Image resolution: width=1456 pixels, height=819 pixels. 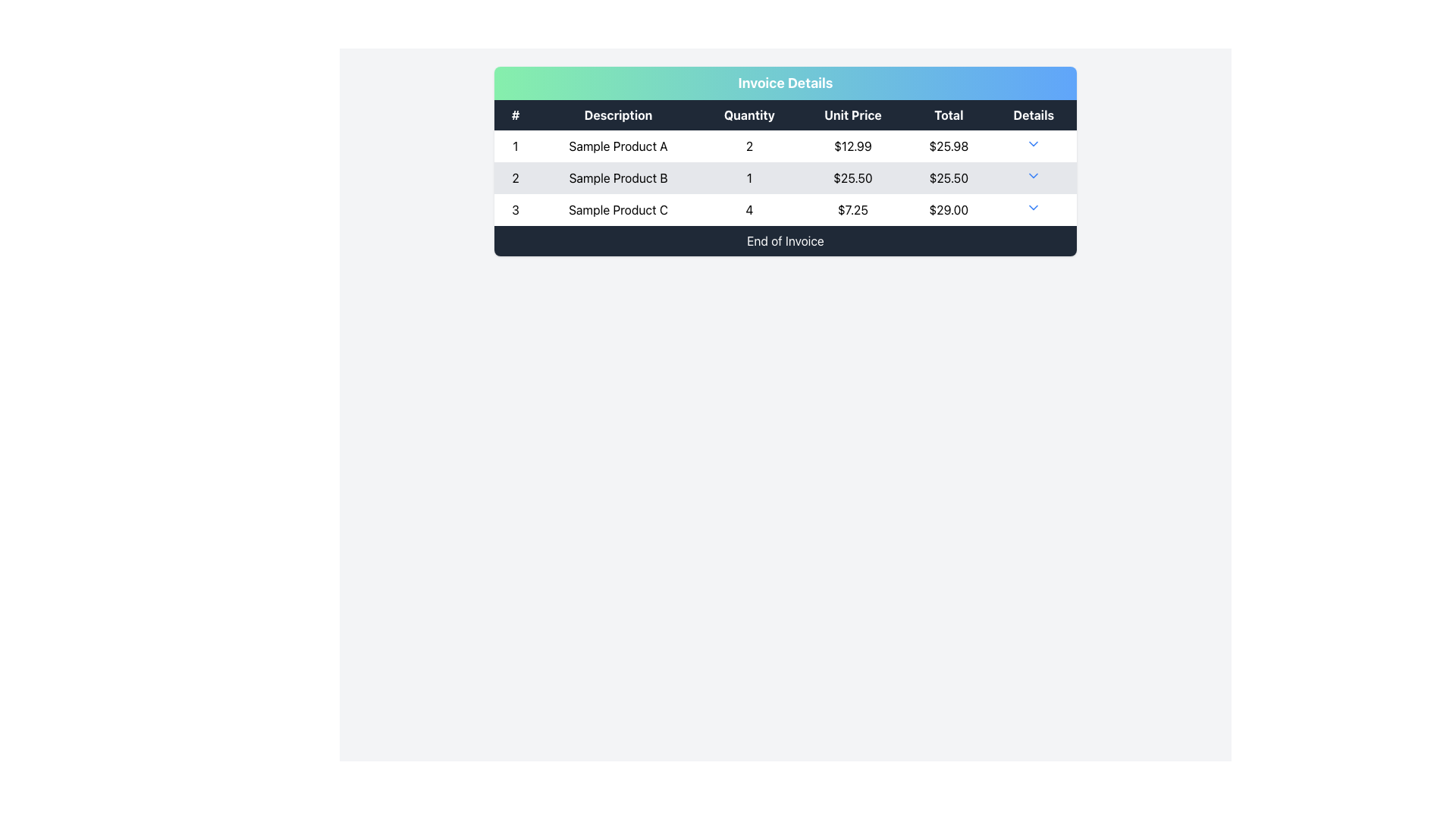 I want to click on the static text displaying the unit price for 'Sample Product C' in the third row of the table, so click(x=852, y=210).